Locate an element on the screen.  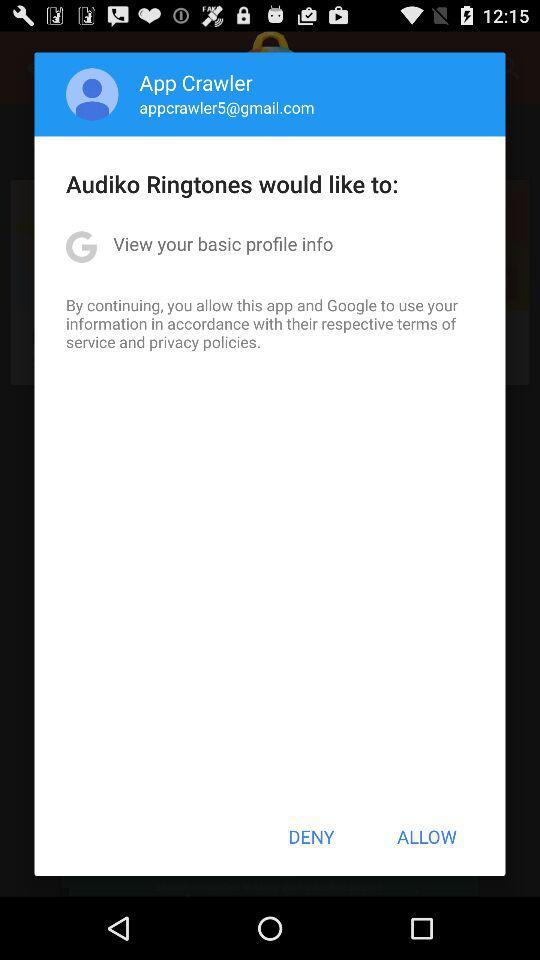
the deny button is located at coordinates (311, 836).